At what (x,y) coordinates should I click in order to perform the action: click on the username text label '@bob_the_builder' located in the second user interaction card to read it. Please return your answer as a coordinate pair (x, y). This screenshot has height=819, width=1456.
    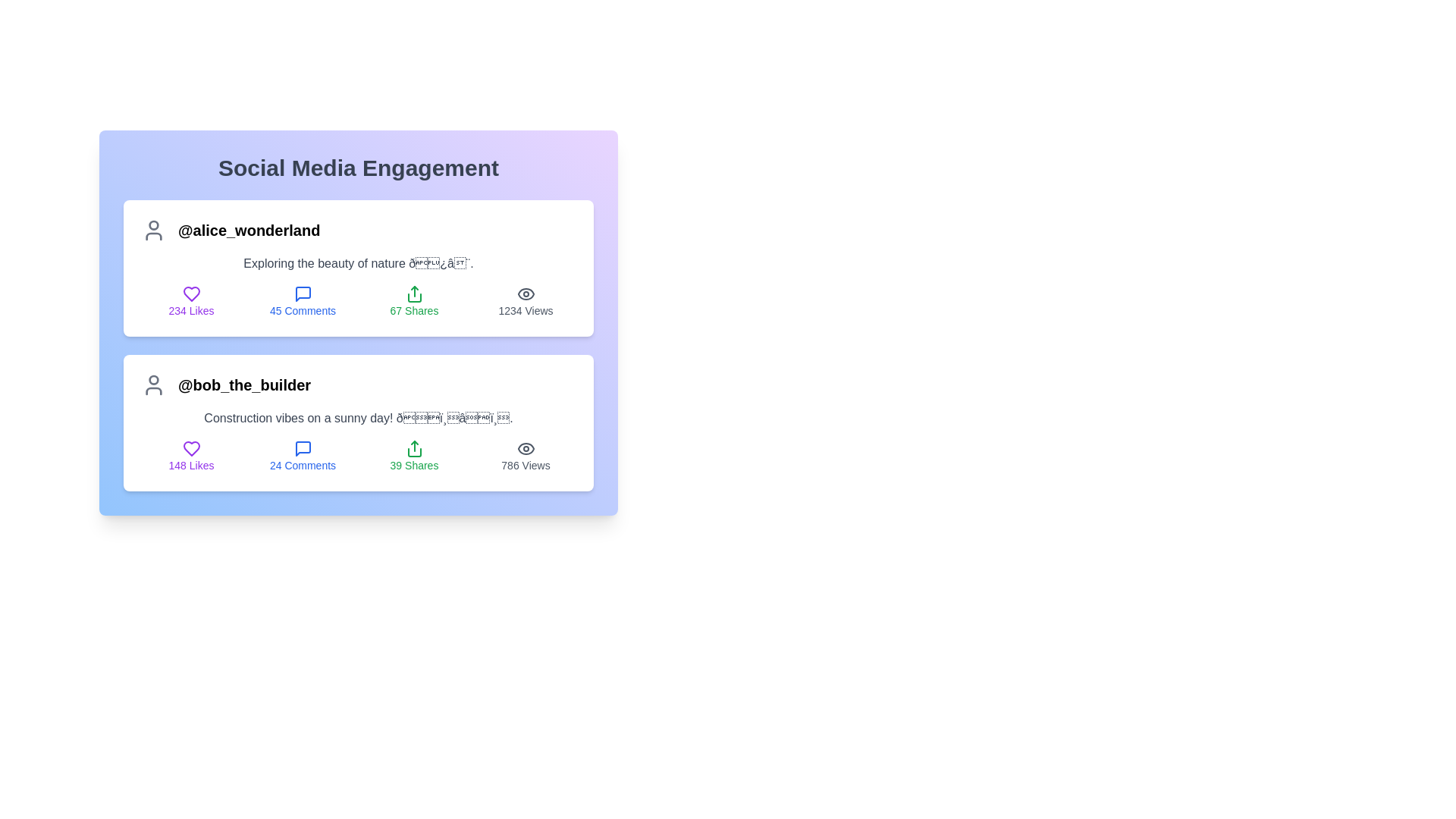
    Looking at the image, I should click on (244, 384).